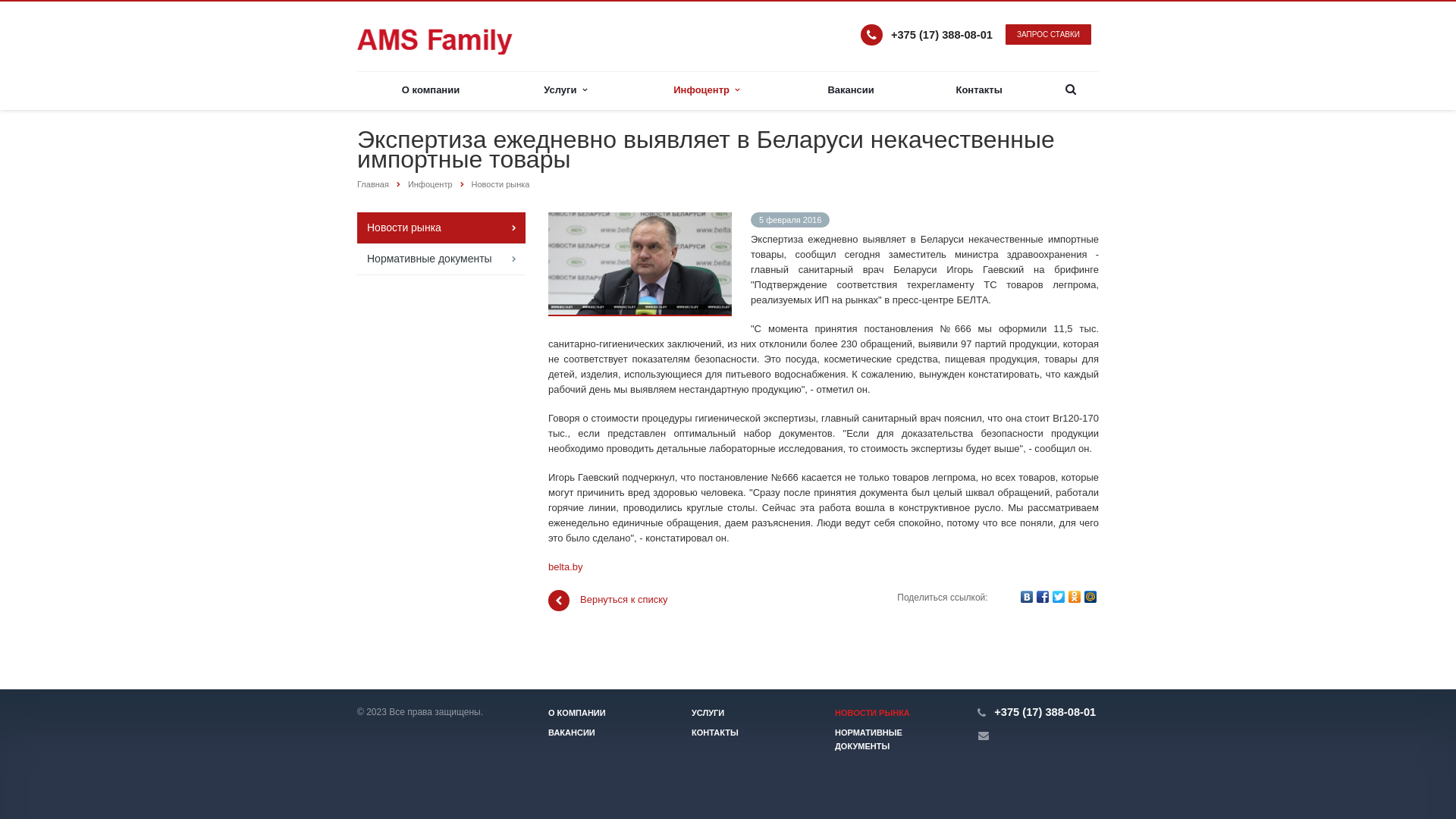 The height and width of the screenshot is (819, 1456). Describe the element at coordinates (1058, 595) in the screenshot. I see `'Twitter'` at that location.